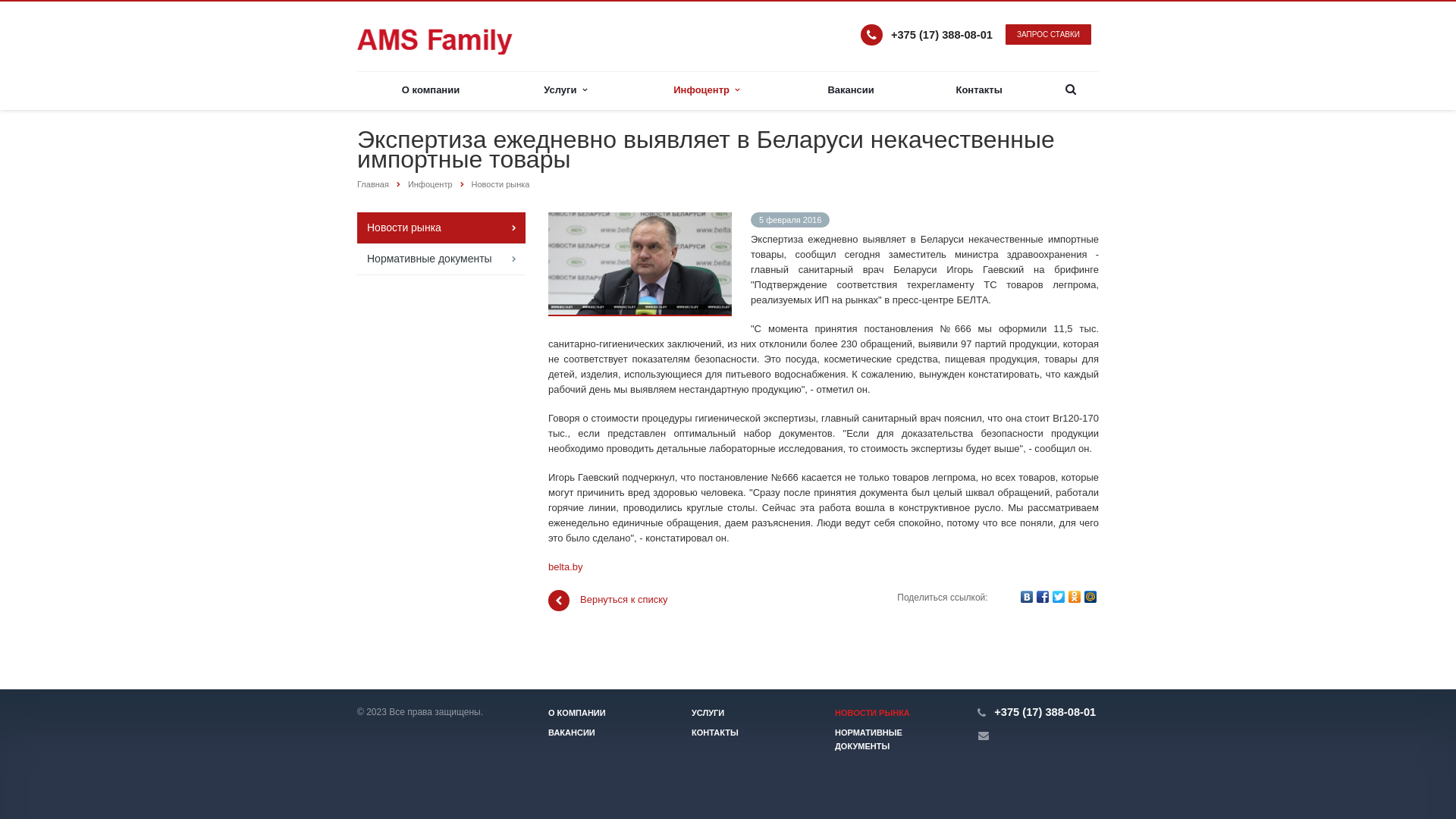 The height and width of the screenshot is (819, 1456). Describe the element at coordinates (1058, 595) in the screenshot. I see `'Twitter'` at that location.